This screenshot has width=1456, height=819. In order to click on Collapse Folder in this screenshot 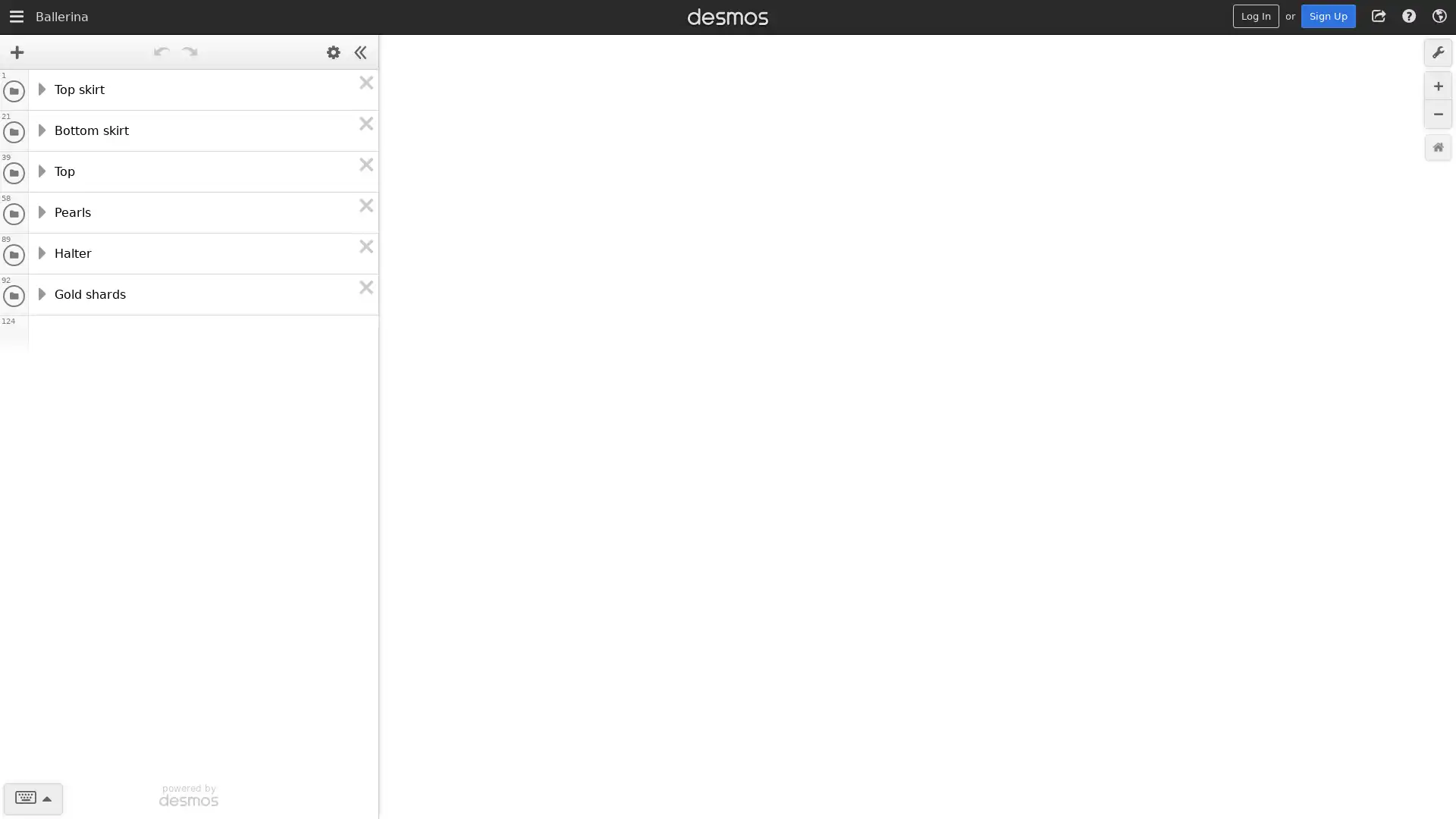, I will do `click(40, 169)`.